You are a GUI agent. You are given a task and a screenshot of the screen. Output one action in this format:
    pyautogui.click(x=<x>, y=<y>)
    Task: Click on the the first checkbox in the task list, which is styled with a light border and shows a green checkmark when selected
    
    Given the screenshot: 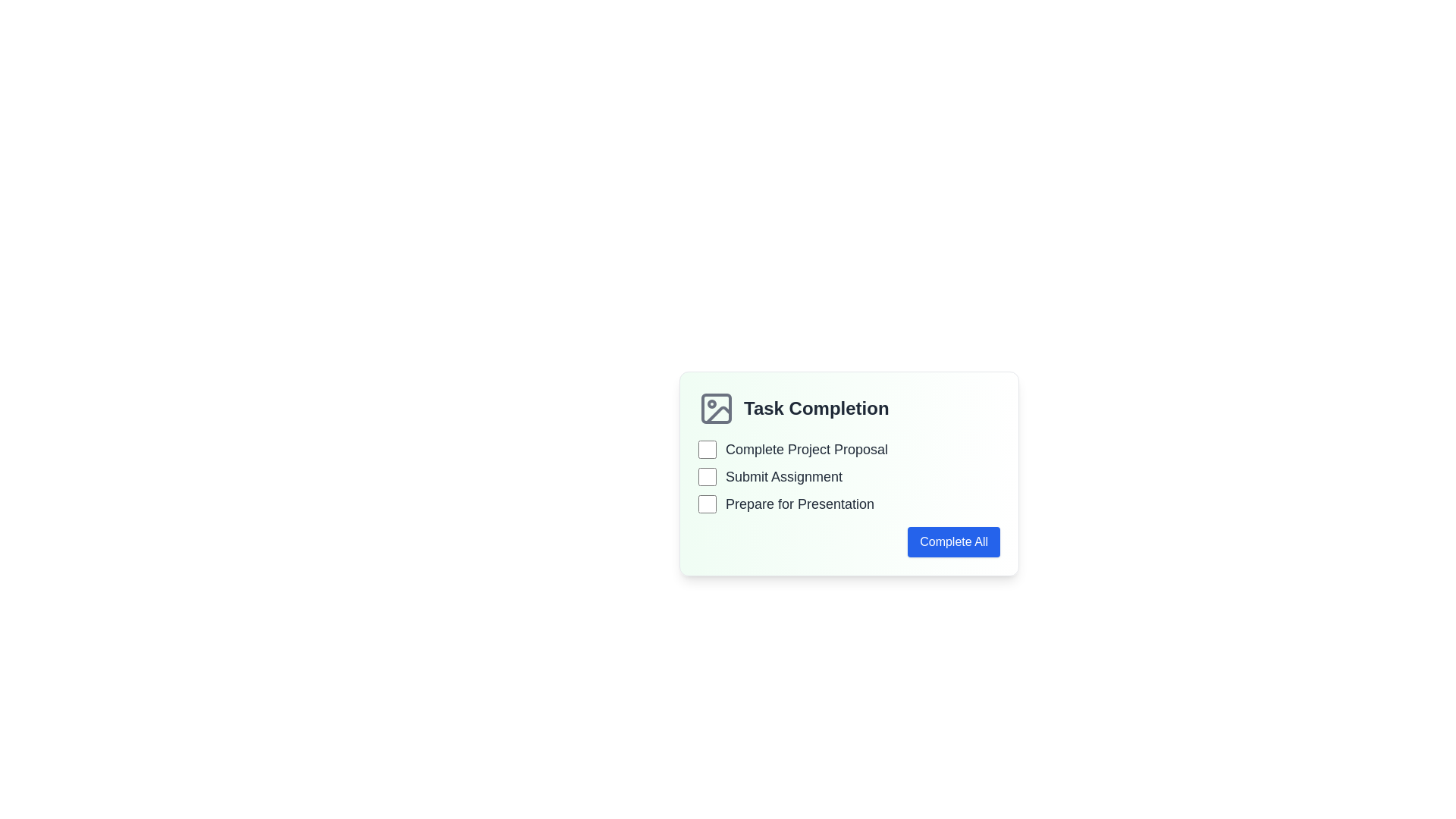 What is the action you would take?
    pyautogui.click(x=706, y=449)
    